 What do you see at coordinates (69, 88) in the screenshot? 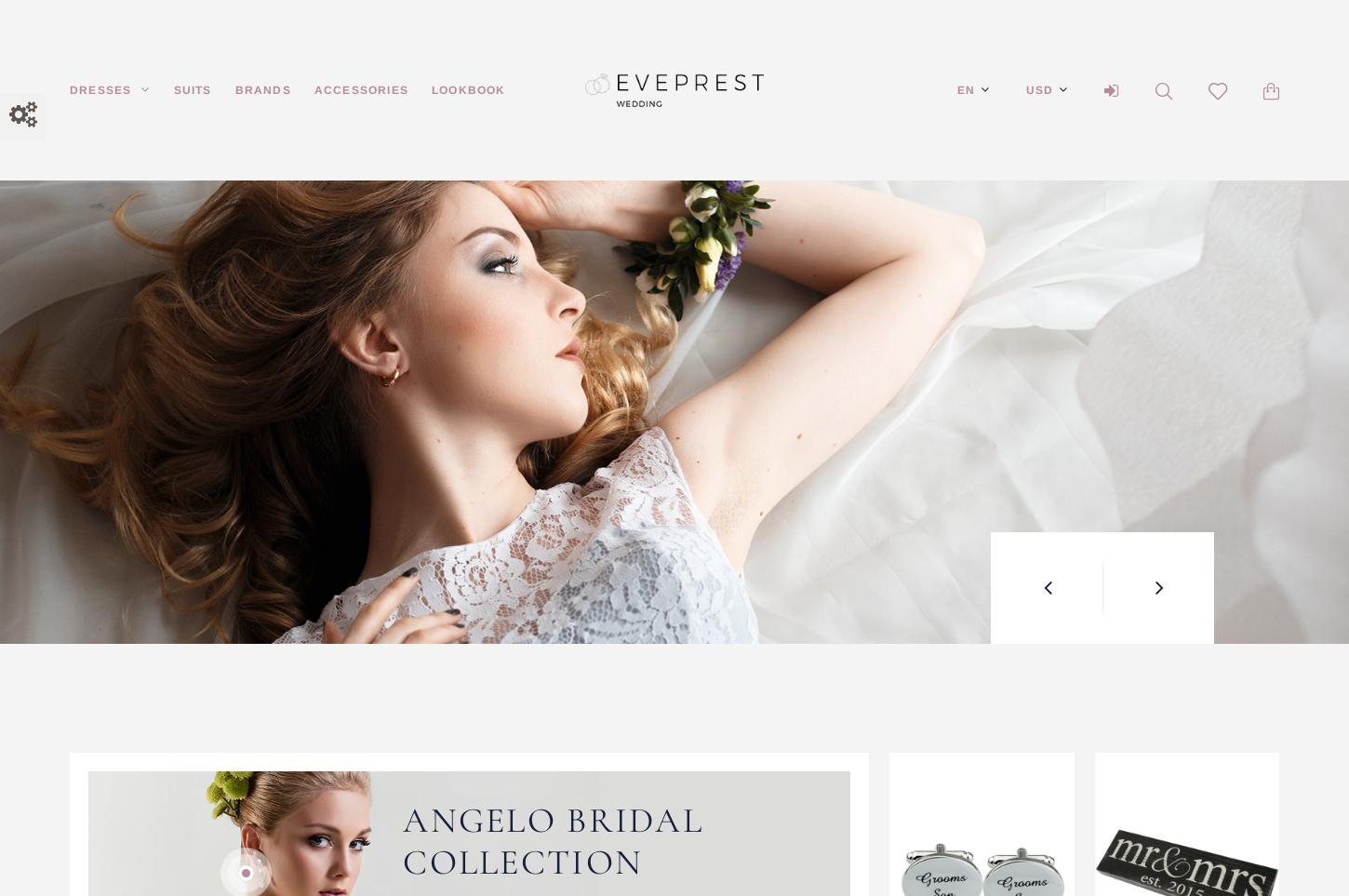
I see `'Dresses'` at bounding box center [69, 88].